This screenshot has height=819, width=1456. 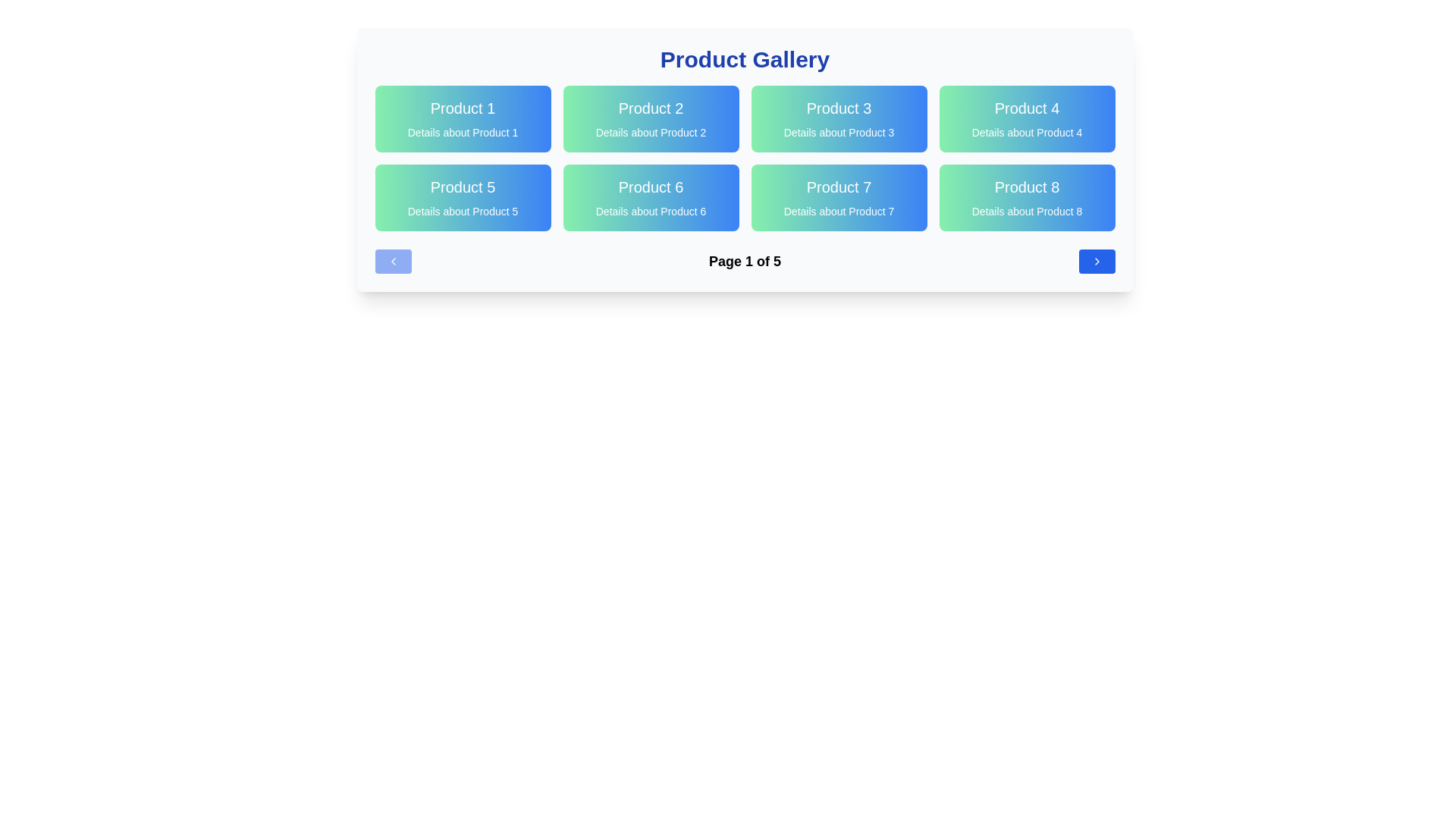 What do you see at coordinates (462, 197) in the screenshot?
I see `the 'Product 5' card in the second row, first column of the product gallery` at bounding box center [462, 197].